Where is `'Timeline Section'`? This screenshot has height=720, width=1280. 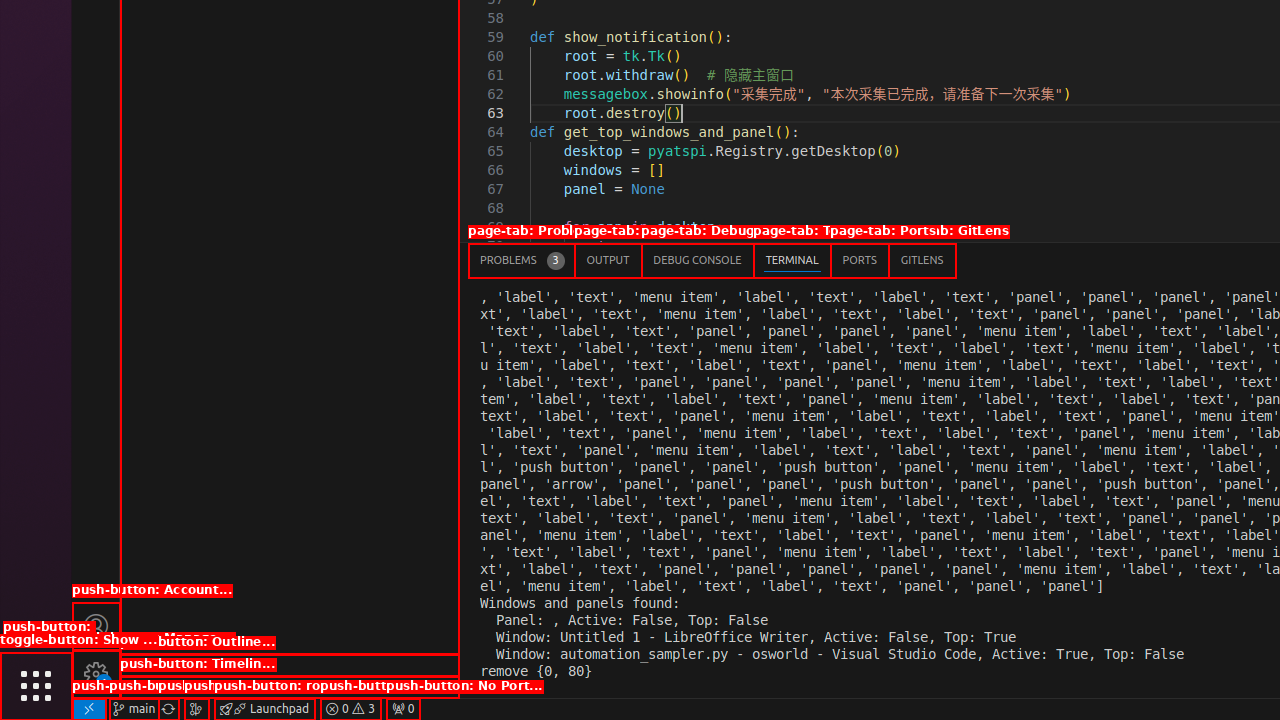 'Timeline Section' is located at coordinates (288, 686).